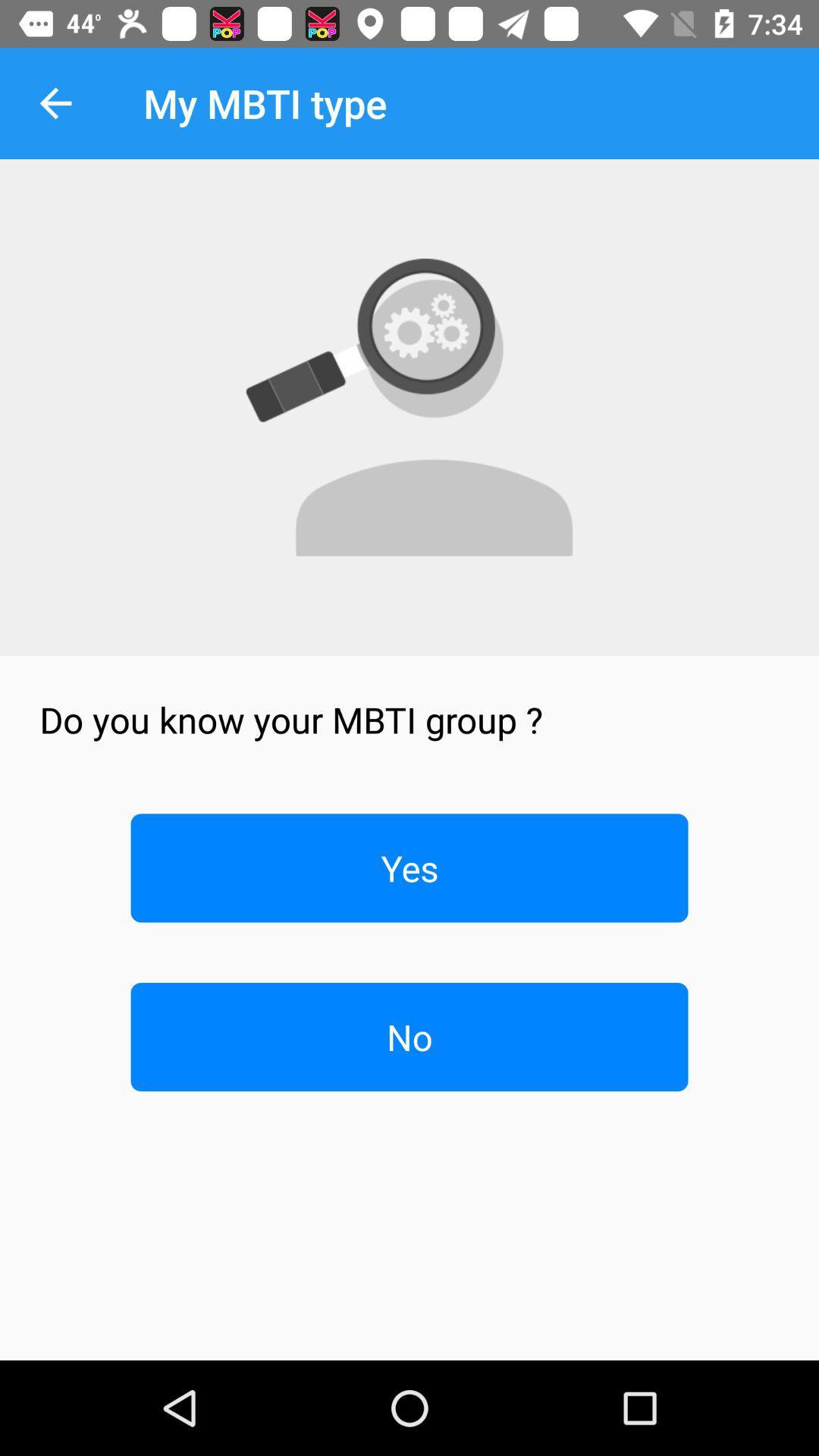 Image resolution: width=819 pixels, height=1456 pixels. I want to click on the no, so click(409, 1036).